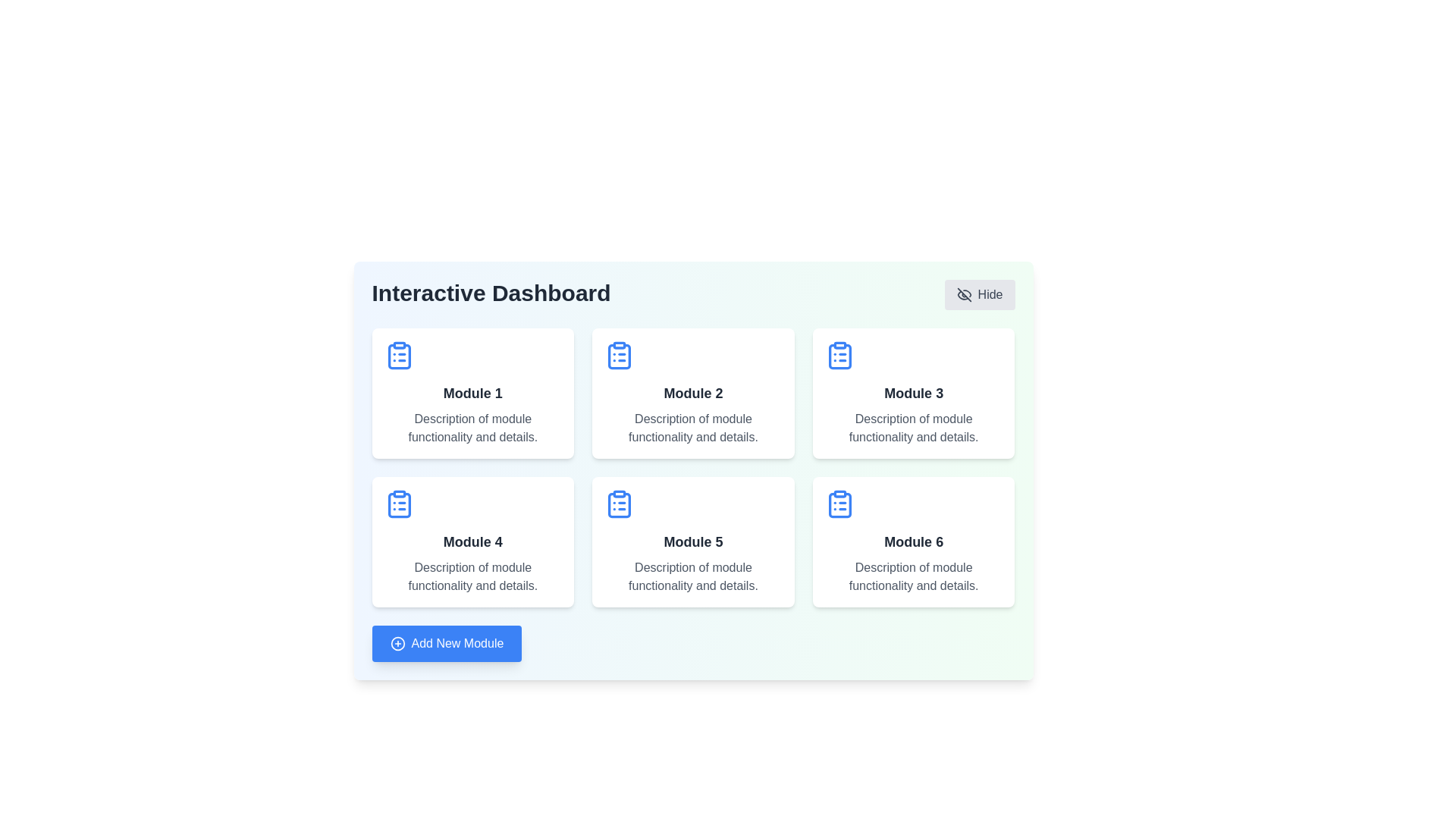 Image resolution: width=1456 pixels, height=819 pixels. Describe the element at coordinates (839, 505) in the screenshot. I see `the blue clipboard icon located in the bottom-right module of the sixth card in the grid layout` at that location.